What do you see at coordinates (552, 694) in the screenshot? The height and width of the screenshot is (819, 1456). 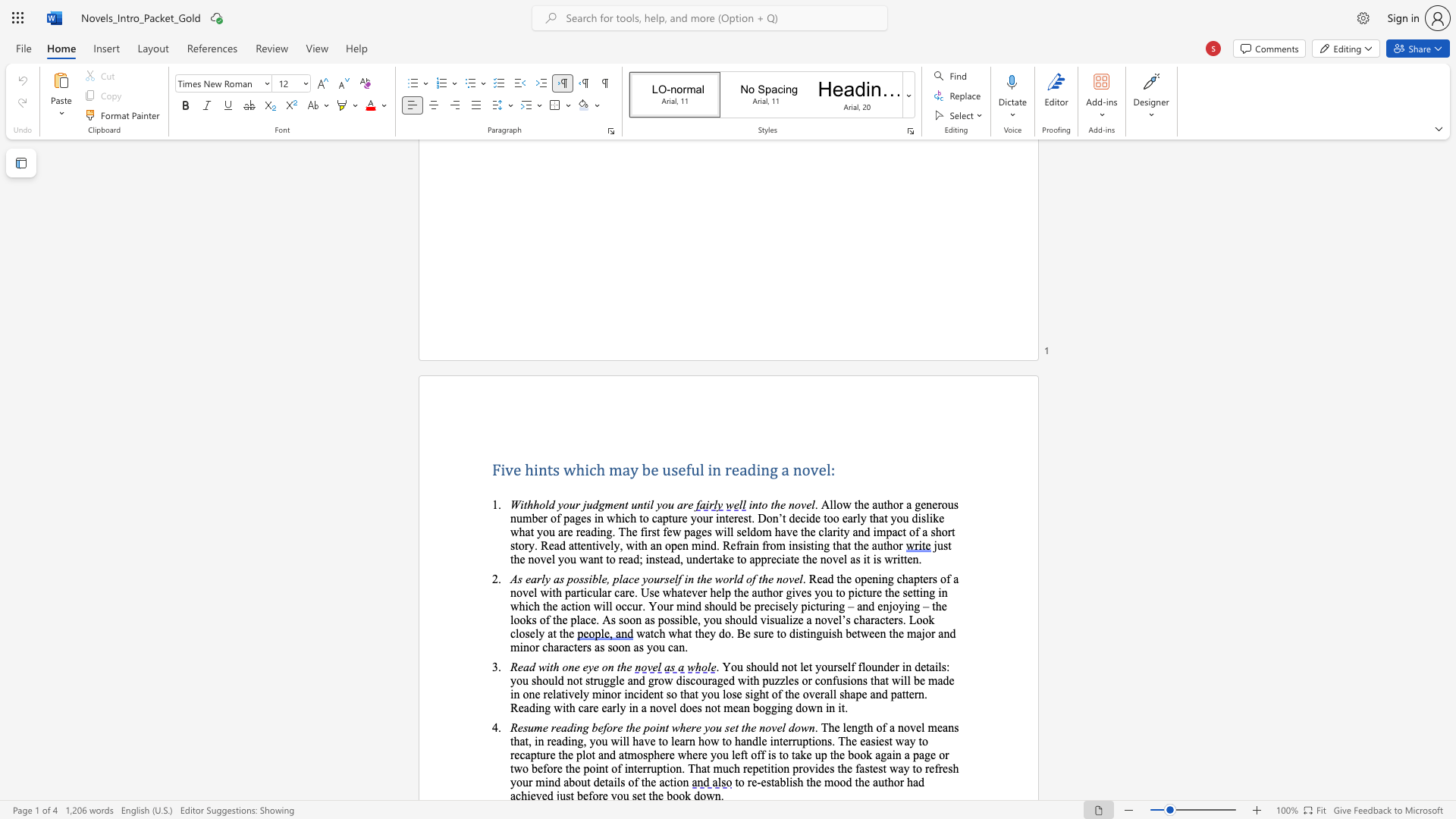 I see `the subset text "latively min" within the text "relatively minor"` at bounding box center [552, 694].